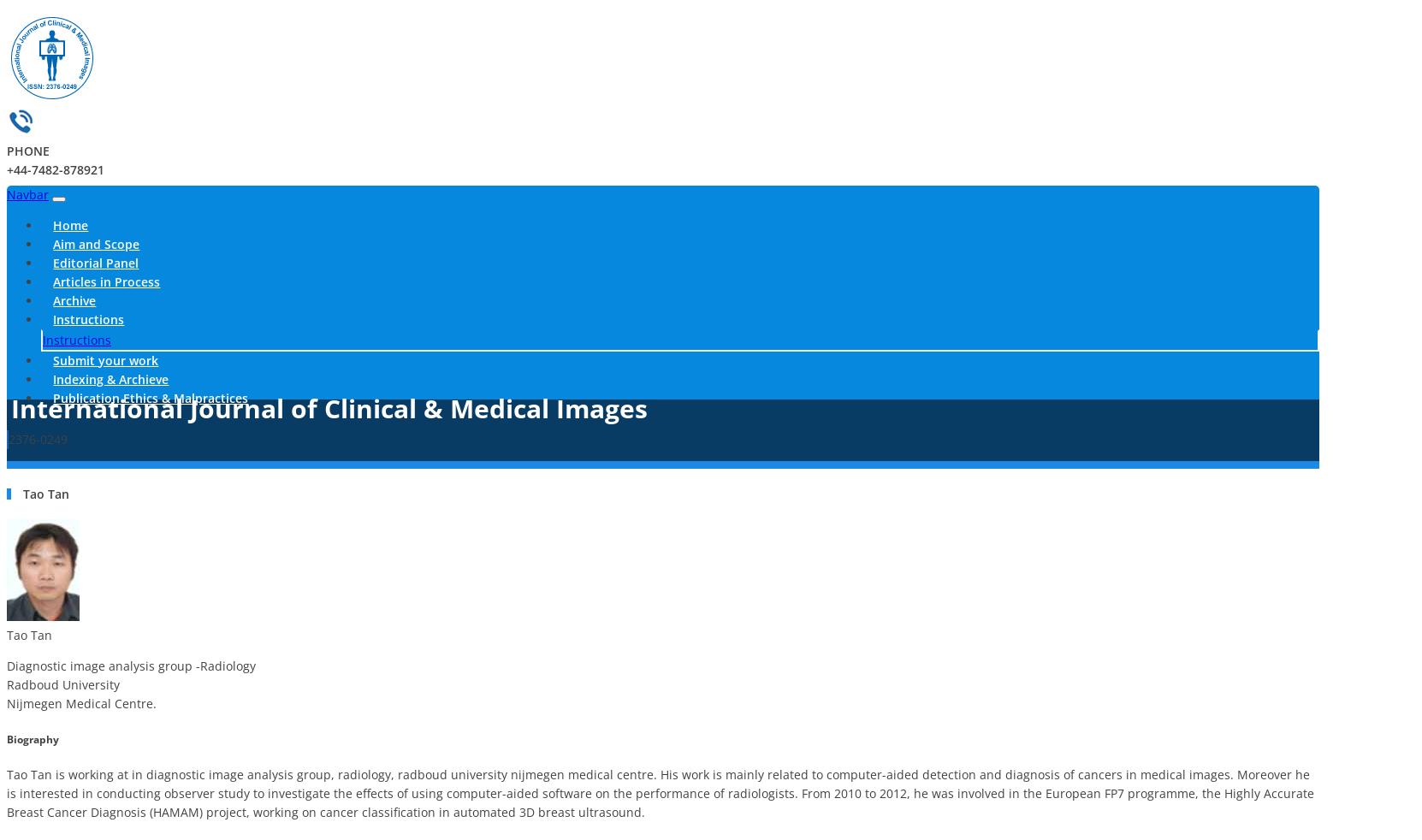 The width and height of the screenshot is (1422, 840). Describe the element at coordinates (27, 193) in the screenshot. I see `'Navbar'` at that location.